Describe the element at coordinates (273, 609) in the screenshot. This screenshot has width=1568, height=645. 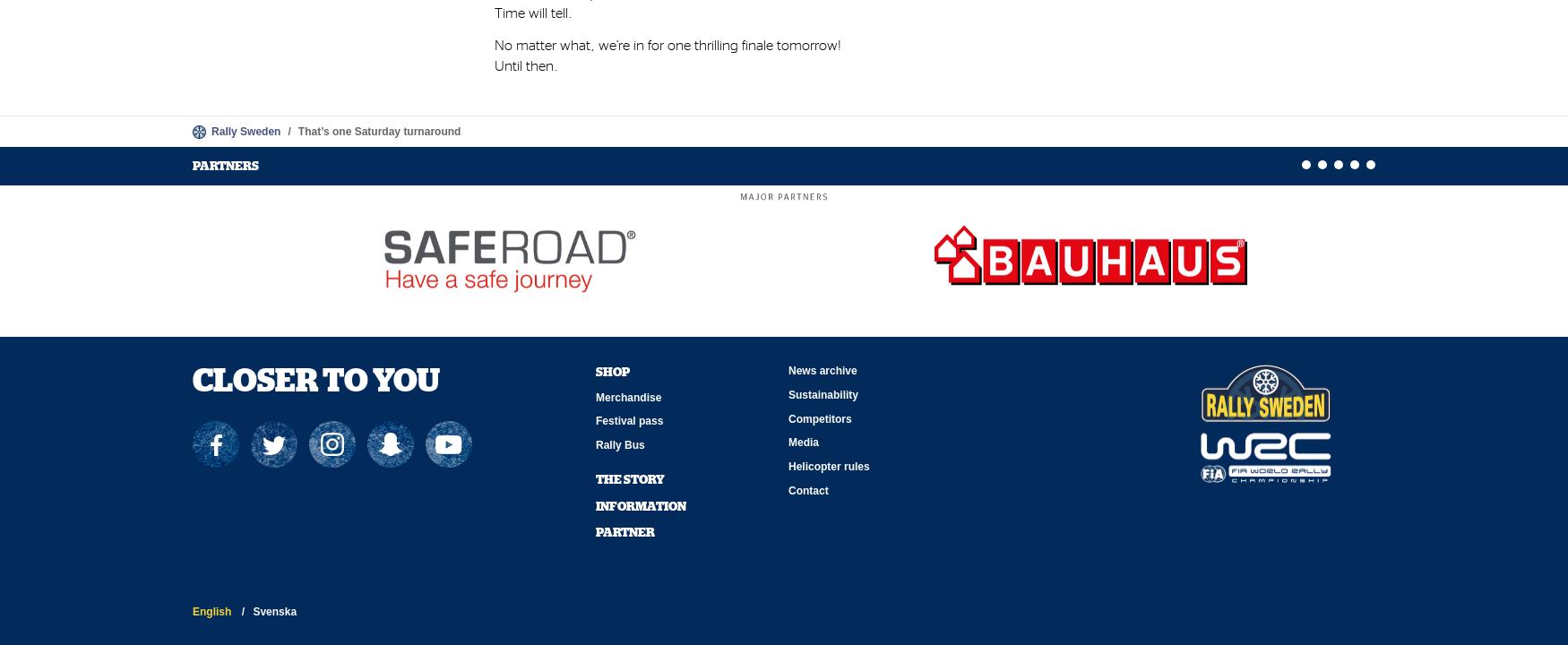
I see `'Svenska'` at that location.